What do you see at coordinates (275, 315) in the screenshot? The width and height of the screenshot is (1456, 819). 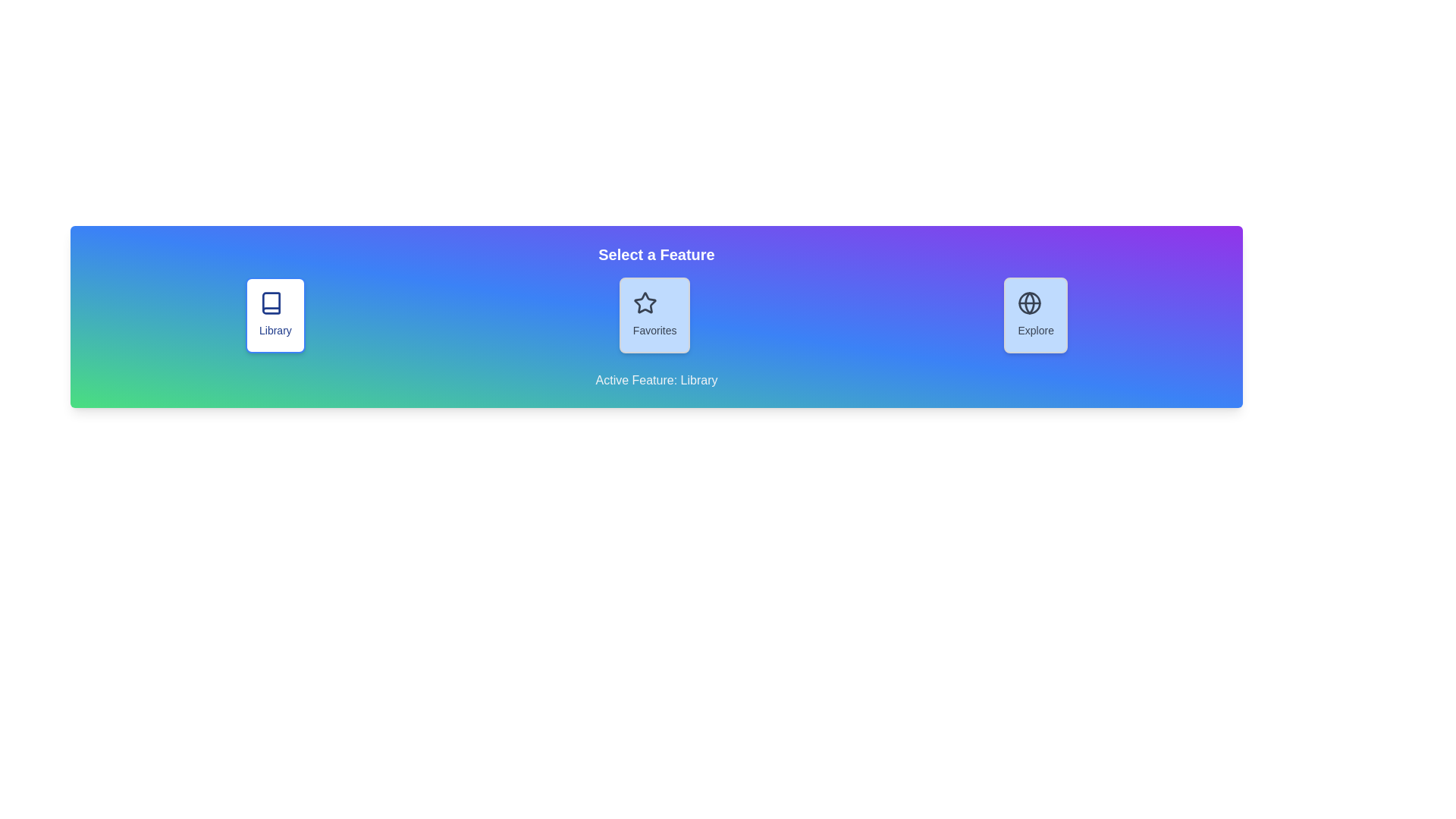 I see `the Library button to select it` at bounding box center [275, 315].